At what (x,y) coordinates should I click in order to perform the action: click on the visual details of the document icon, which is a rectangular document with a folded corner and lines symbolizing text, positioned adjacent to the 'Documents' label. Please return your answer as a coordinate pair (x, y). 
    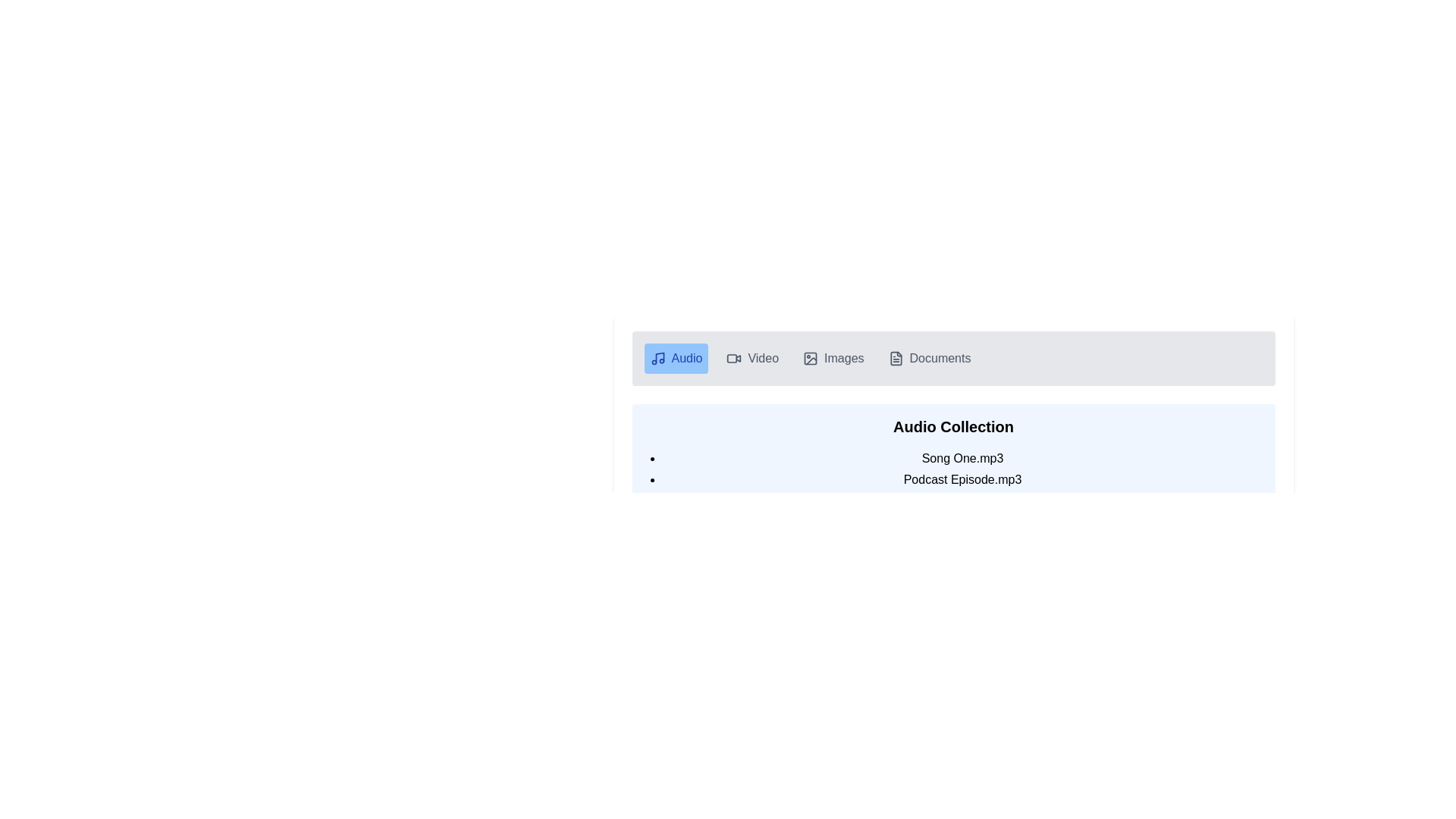
    Looking at the image, I should click on (896, 359).